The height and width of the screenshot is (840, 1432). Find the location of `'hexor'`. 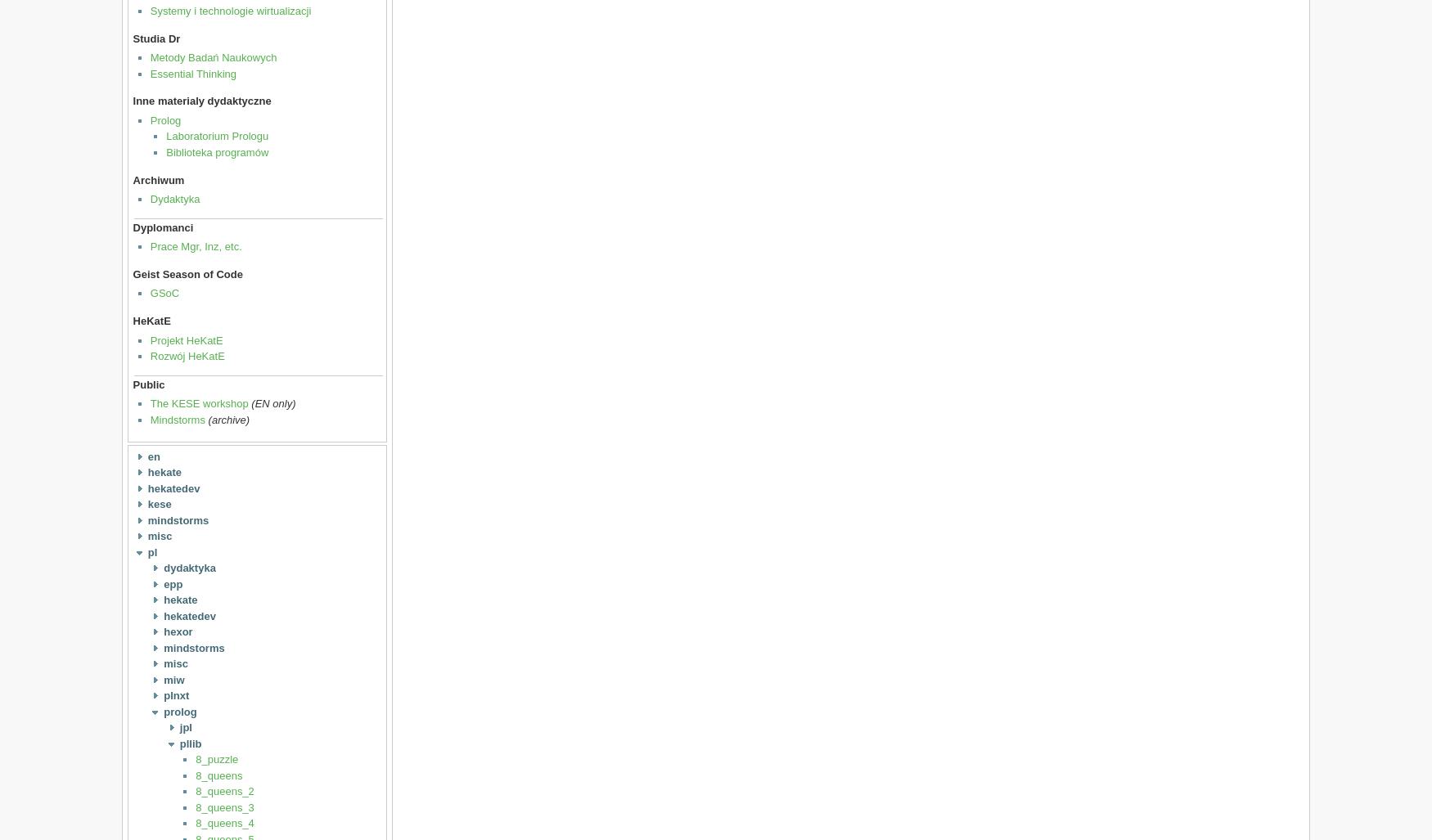

'hexor' is located at coordinates (164, 631).